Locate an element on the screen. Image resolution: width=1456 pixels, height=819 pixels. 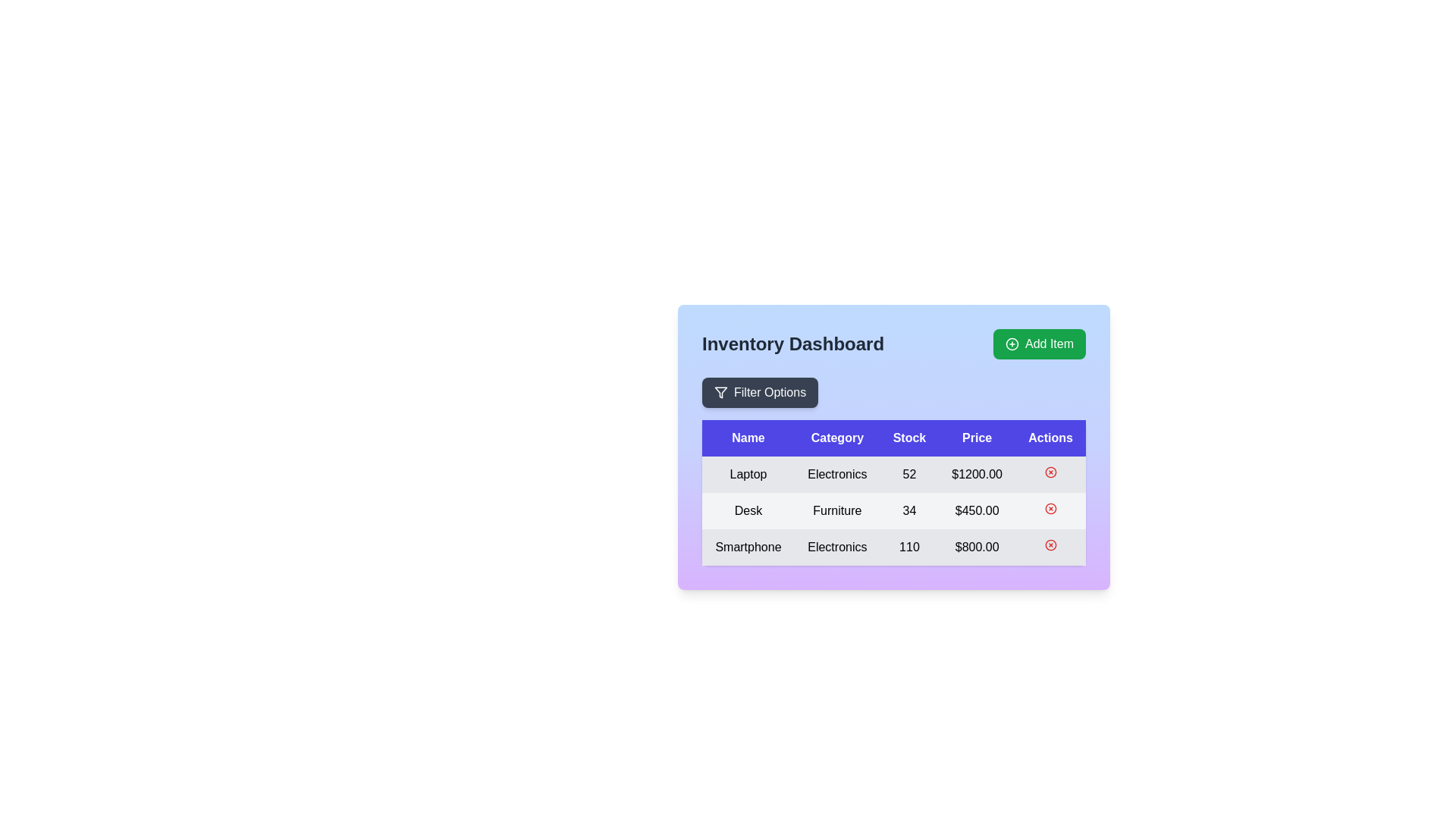
the price Text Label located in the fourth column of the first row of the table, under the 'Price' header, which is a non-interactive display element is located at coordinates (977, 473).